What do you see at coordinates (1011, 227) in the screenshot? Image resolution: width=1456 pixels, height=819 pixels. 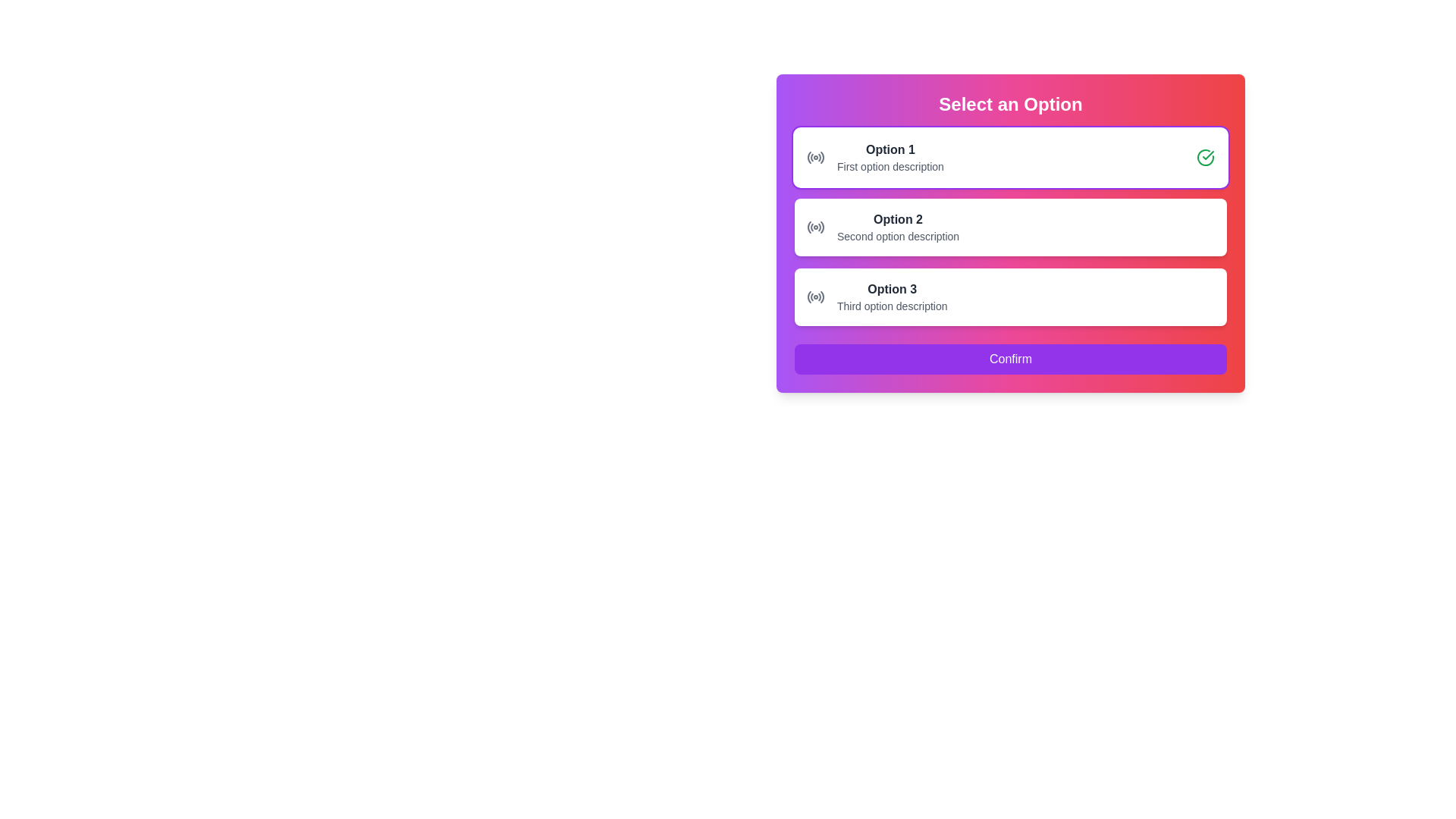 I see `the second selectable card that displays 'Option 2' in bold and 'Second option description' below it` at bounding box center [1011, 227].